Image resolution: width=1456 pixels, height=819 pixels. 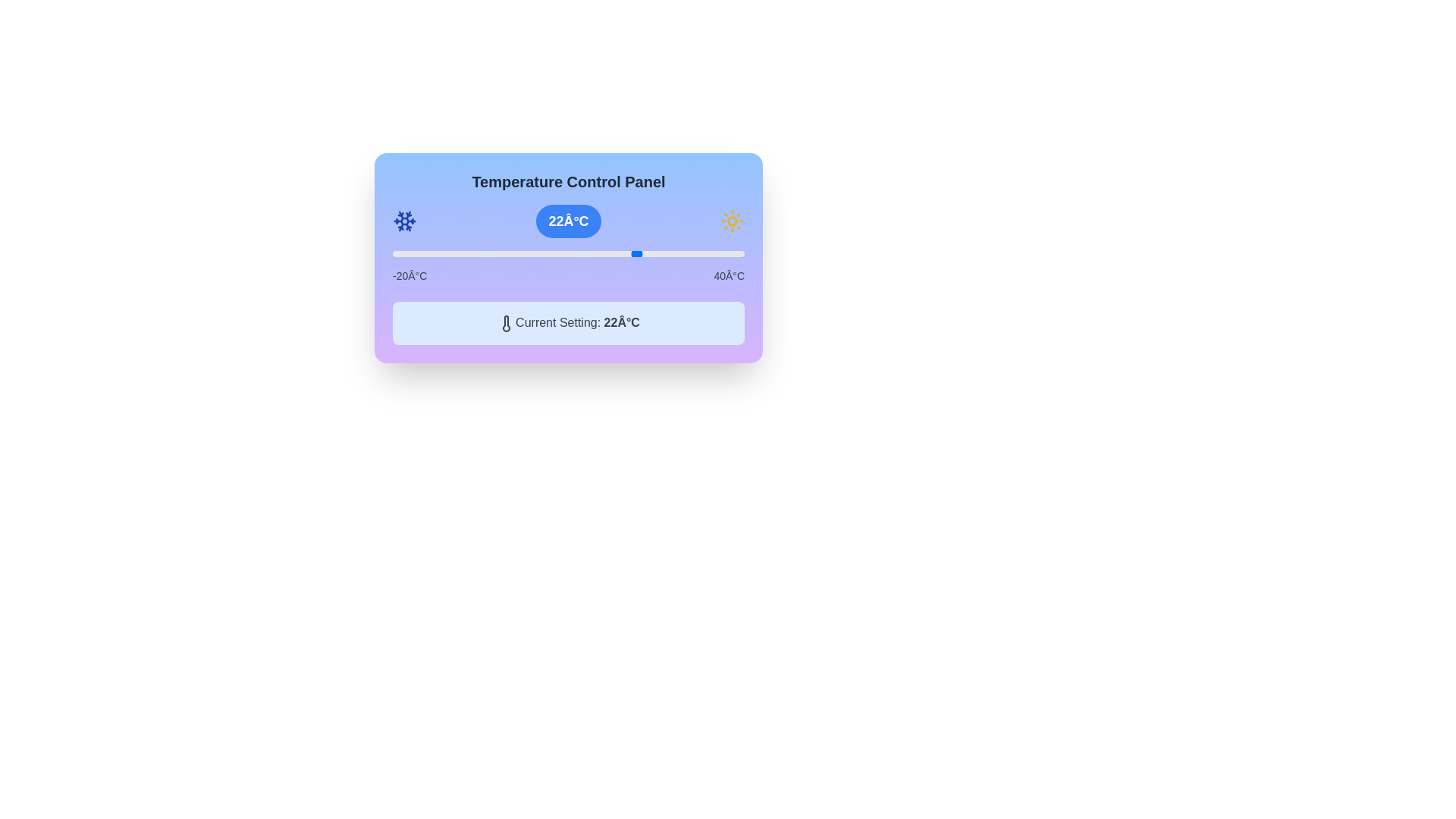 What do you see at coordinates (427, 253) in the screenshot?
I see `the slider to set the temperature to -14°C` at bounding box center [427, 253].